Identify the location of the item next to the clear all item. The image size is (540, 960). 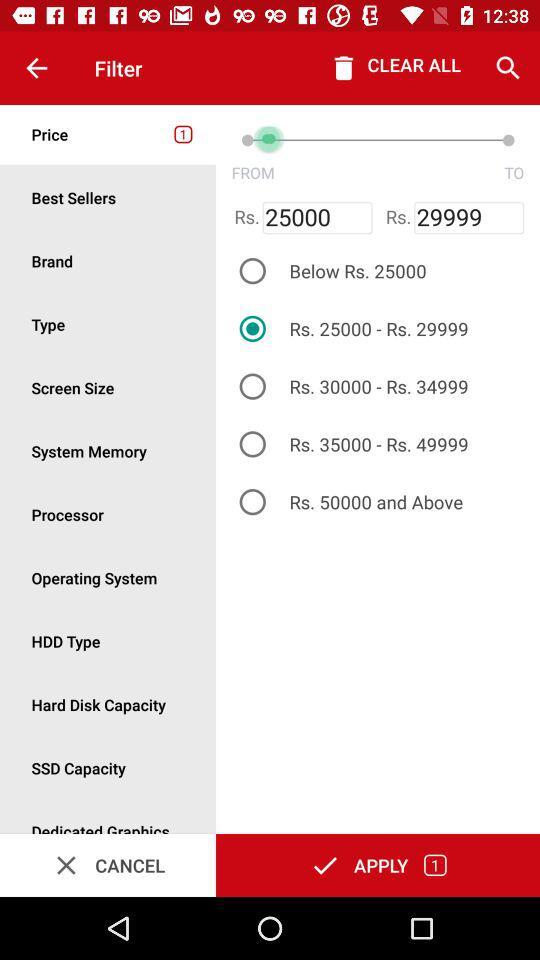
(508, 68).